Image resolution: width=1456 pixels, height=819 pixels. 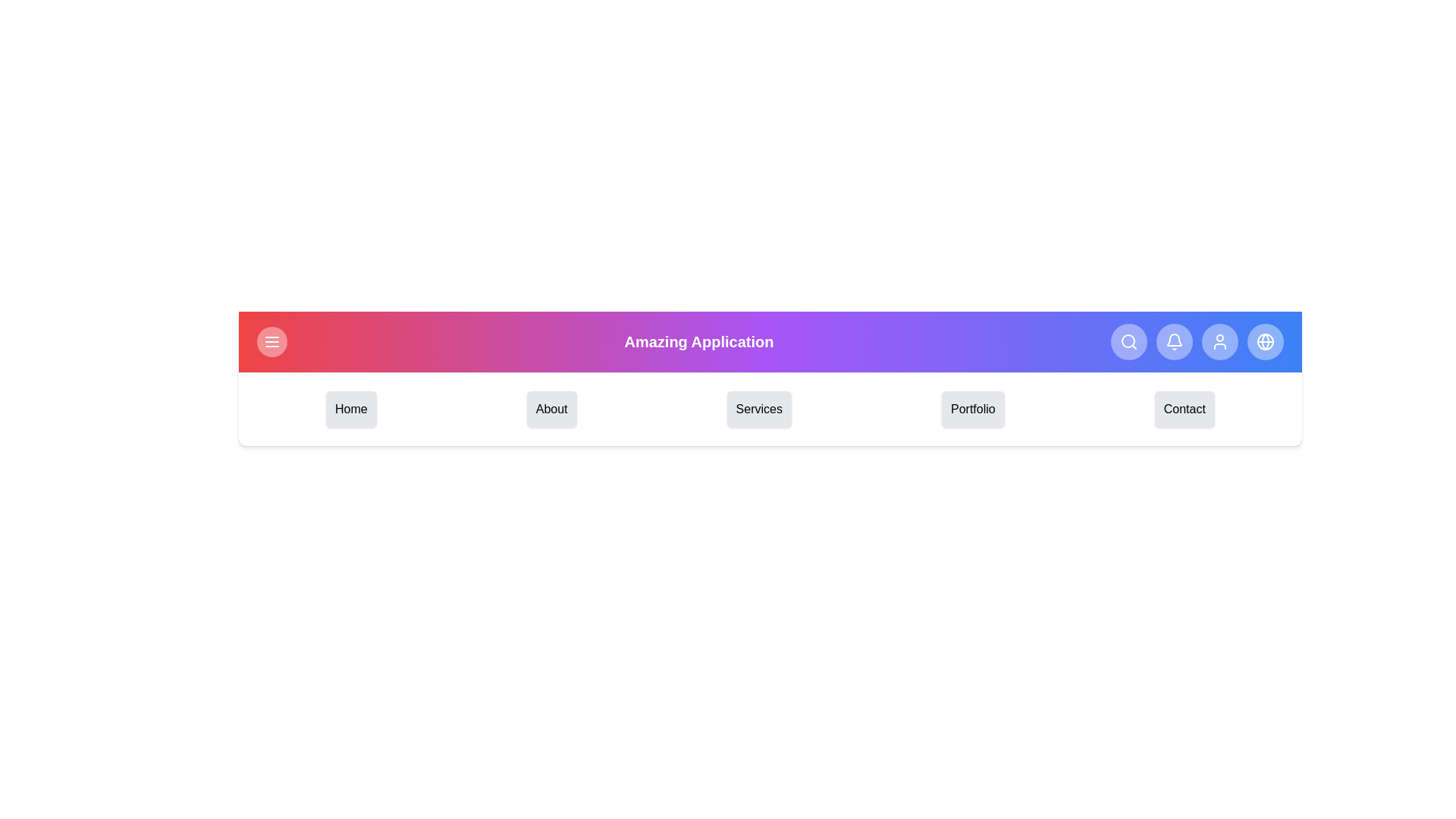 I want to click on the menu item Contact from the navigation bar, so click(x=1183, y=409).